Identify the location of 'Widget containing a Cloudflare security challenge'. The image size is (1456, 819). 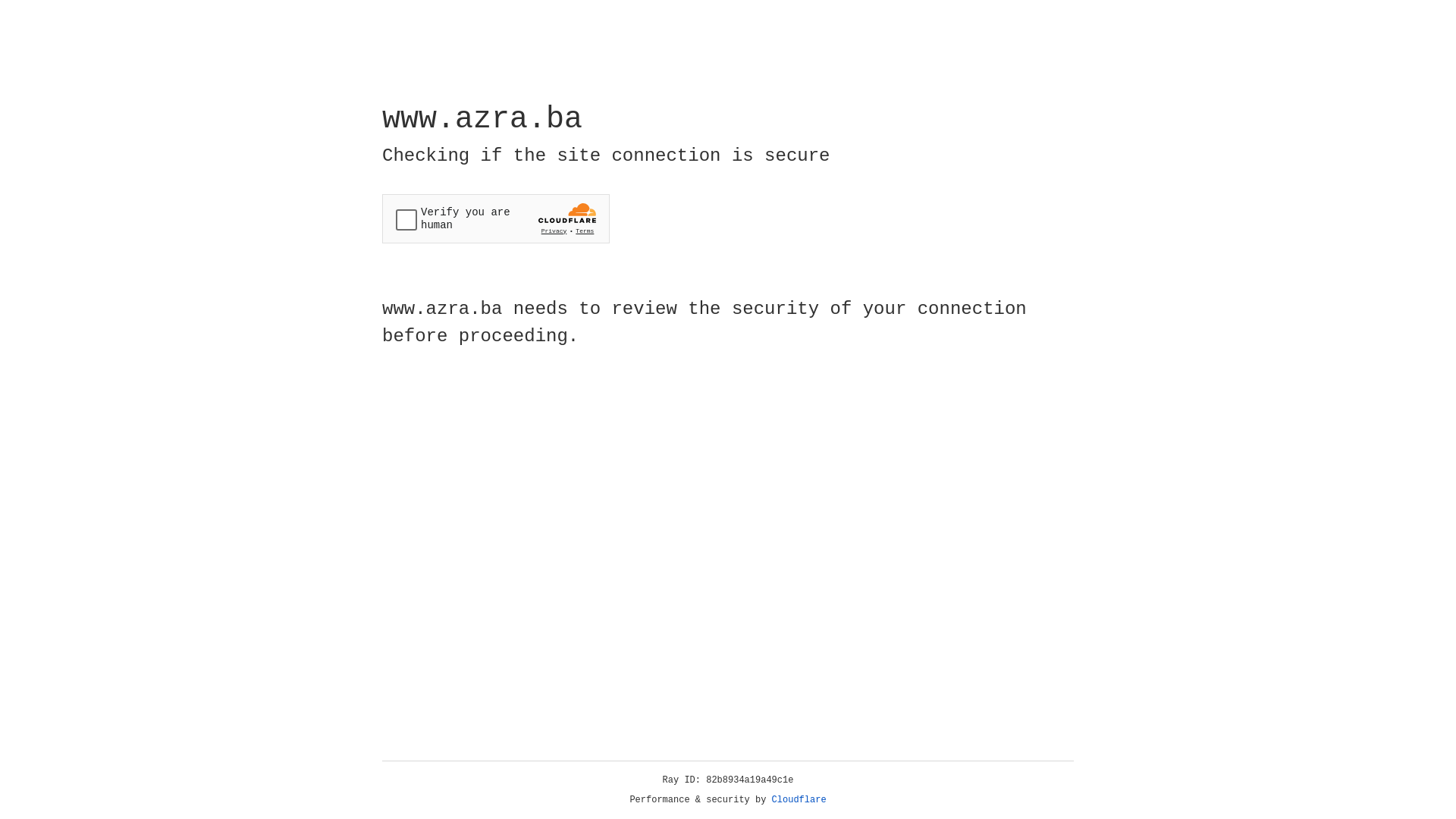
(495, 218).